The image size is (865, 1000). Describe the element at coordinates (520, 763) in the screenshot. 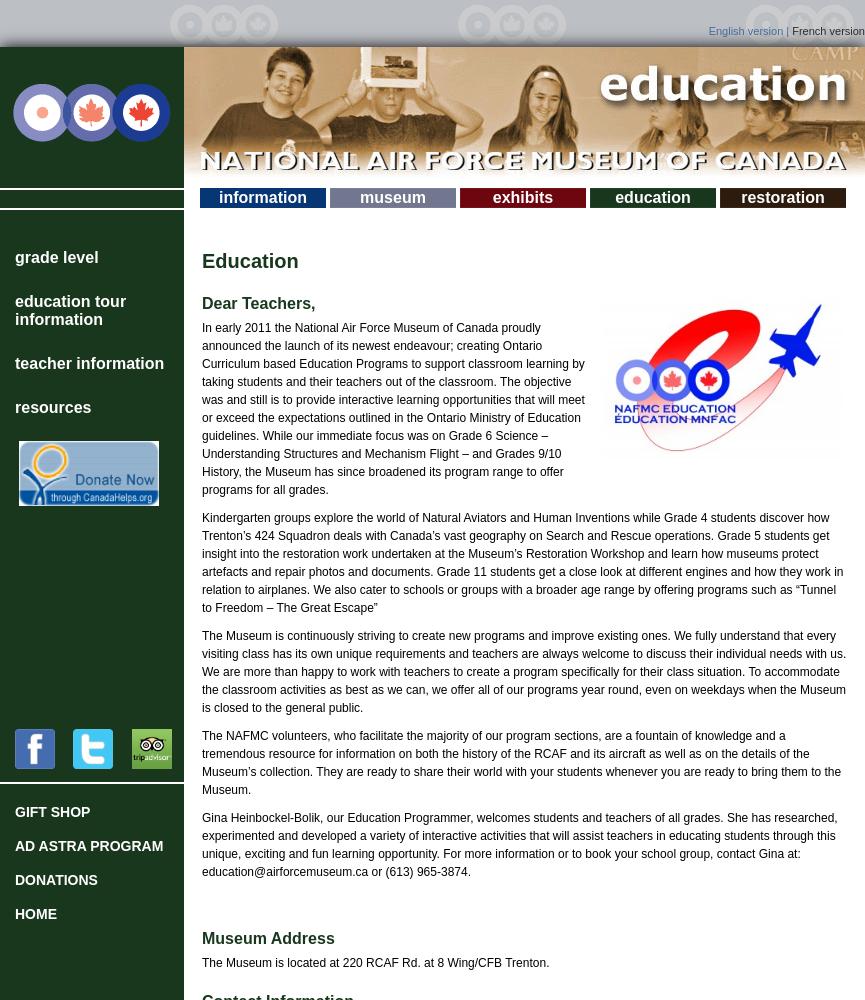

I see `'The NAFMC volunteers, who facilitate the majority of our program sections, are a fountain of knowledge and a tremendous resource for information on both the history of the RCAF and its aircraft as well as on the details of the Museum’s collection. They are ready to share their world with your students whenever you are ready to bring them to the Museum.'` at that location.